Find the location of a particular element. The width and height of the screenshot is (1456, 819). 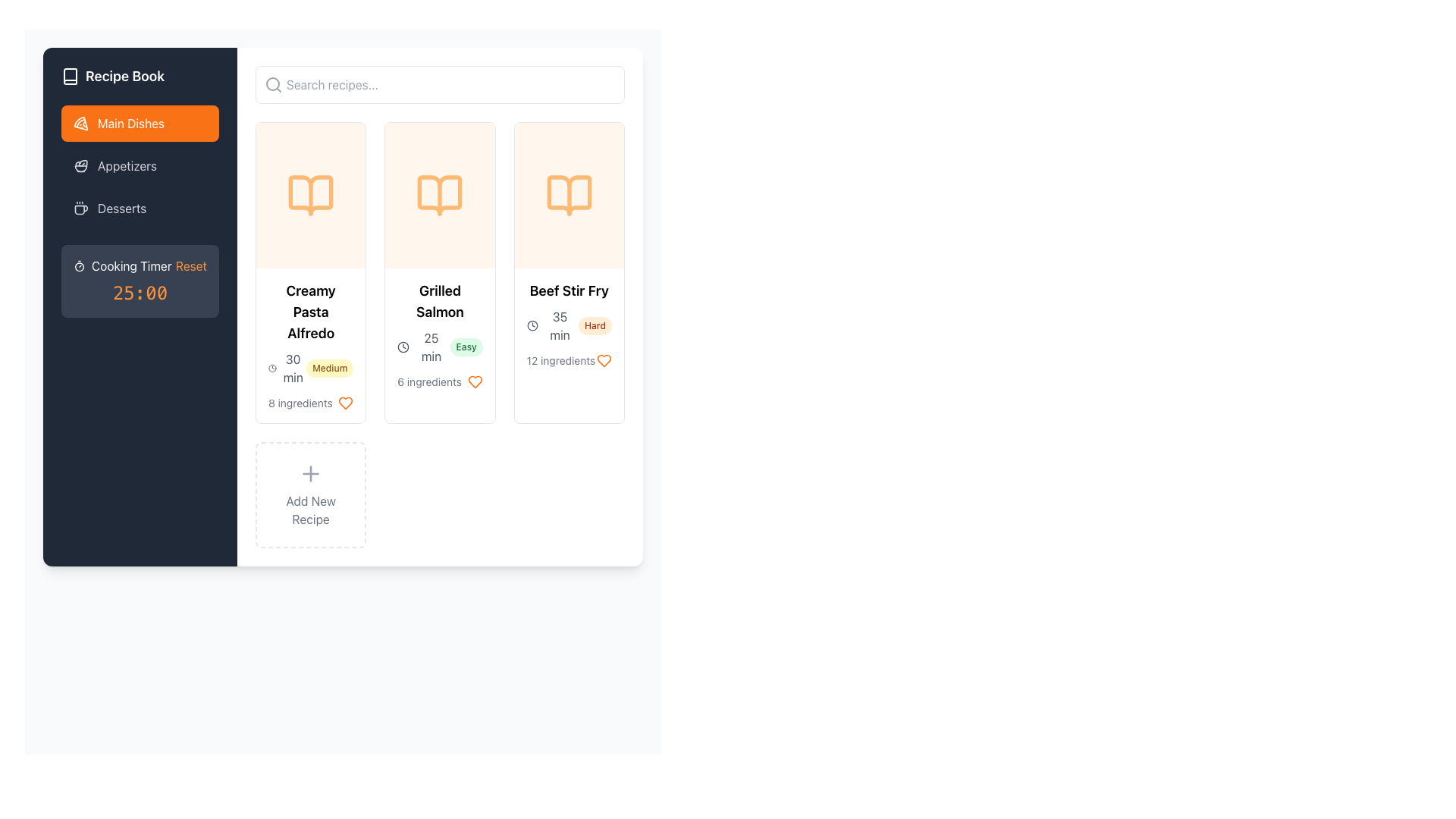

the prominent icon representing the recipe type for 'Creamy Pasta Alfredo', located at the top center of the first recipe card in the grid is located at coordinates (310, 195).